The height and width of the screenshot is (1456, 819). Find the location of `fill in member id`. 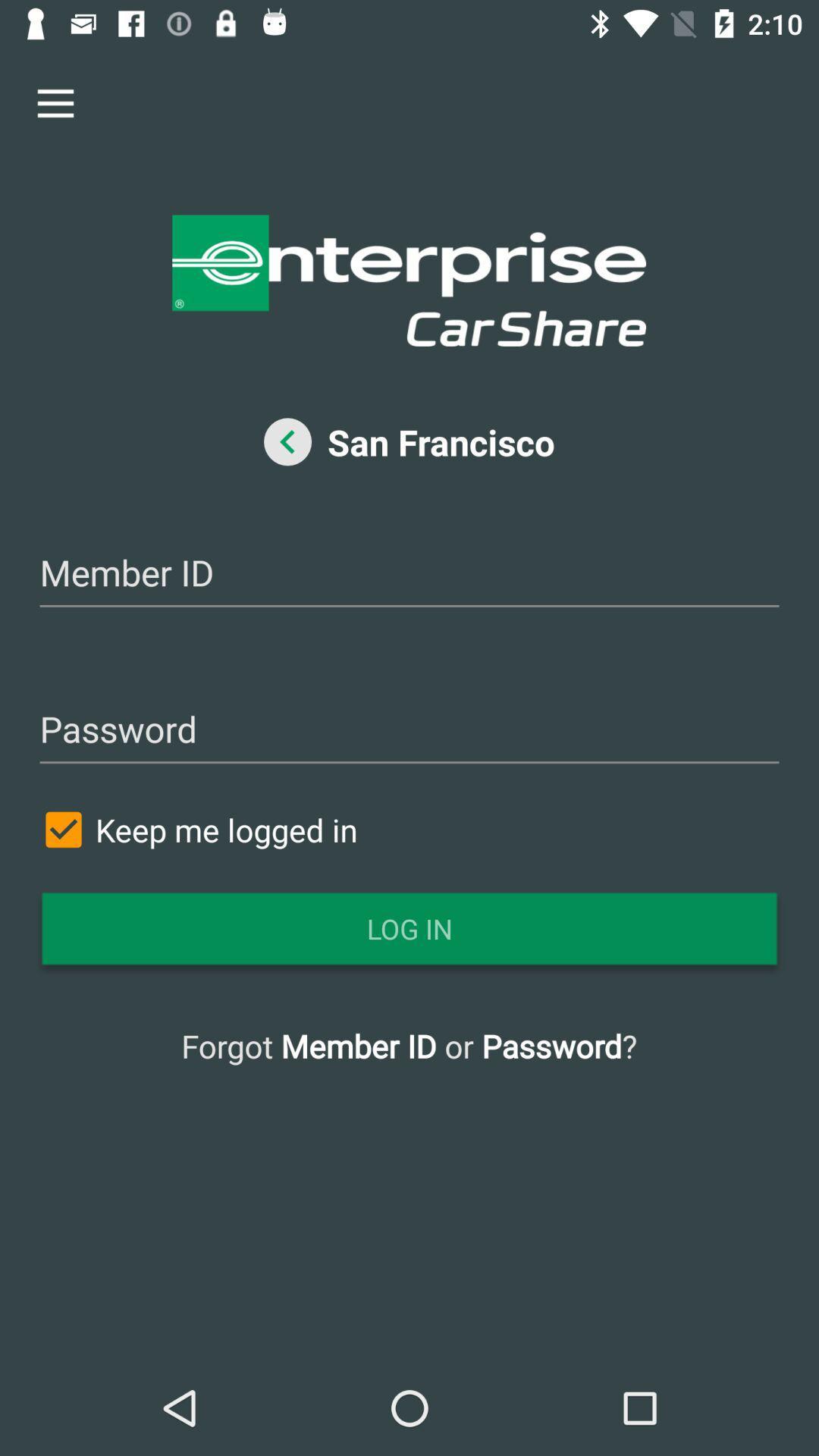

fill in member id is located at coordinates (409, 574).